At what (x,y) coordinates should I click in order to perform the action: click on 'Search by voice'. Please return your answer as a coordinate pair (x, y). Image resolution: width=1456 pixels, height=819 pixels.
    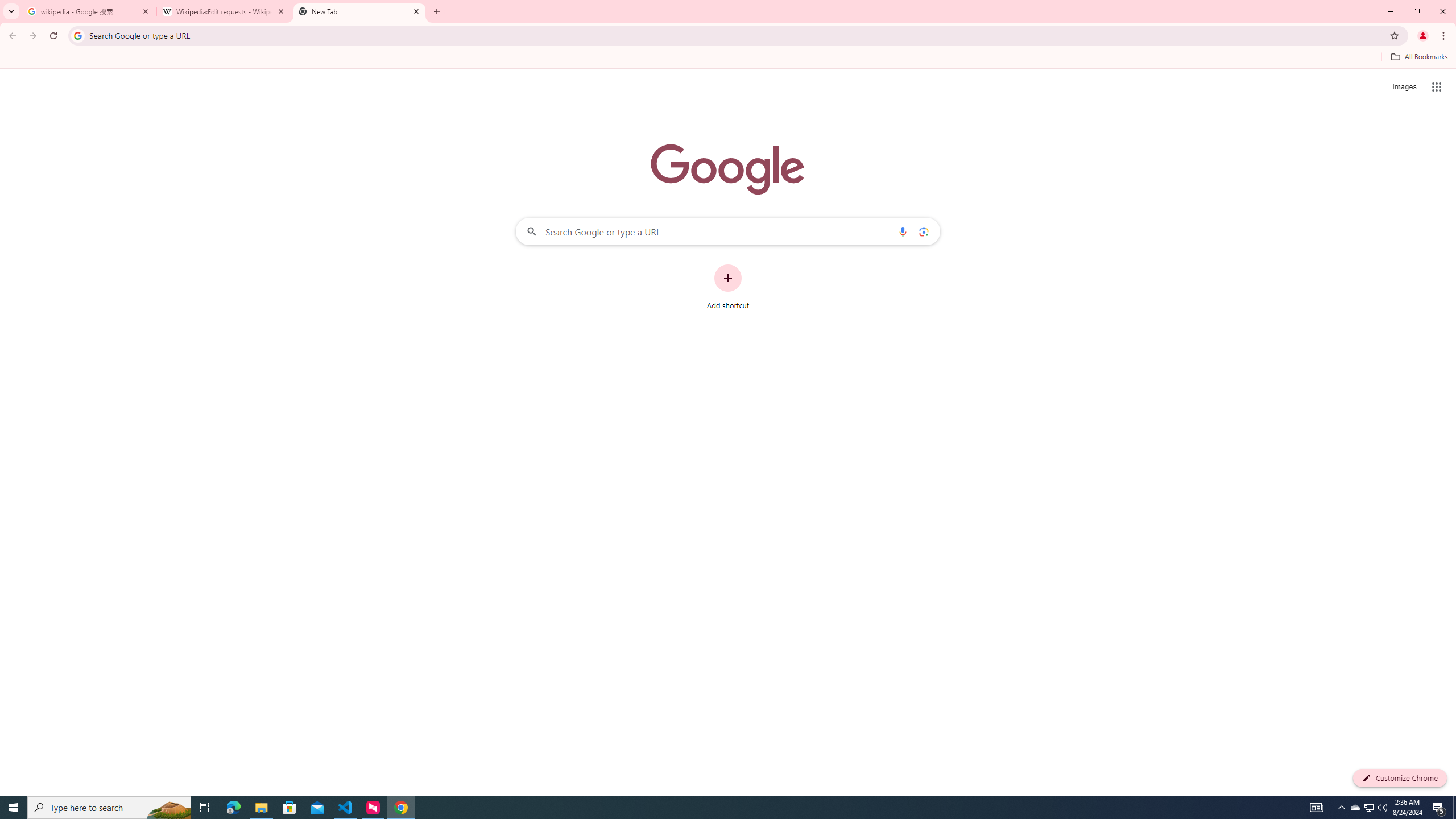
    Looking at the image, I should click on (902, 230).